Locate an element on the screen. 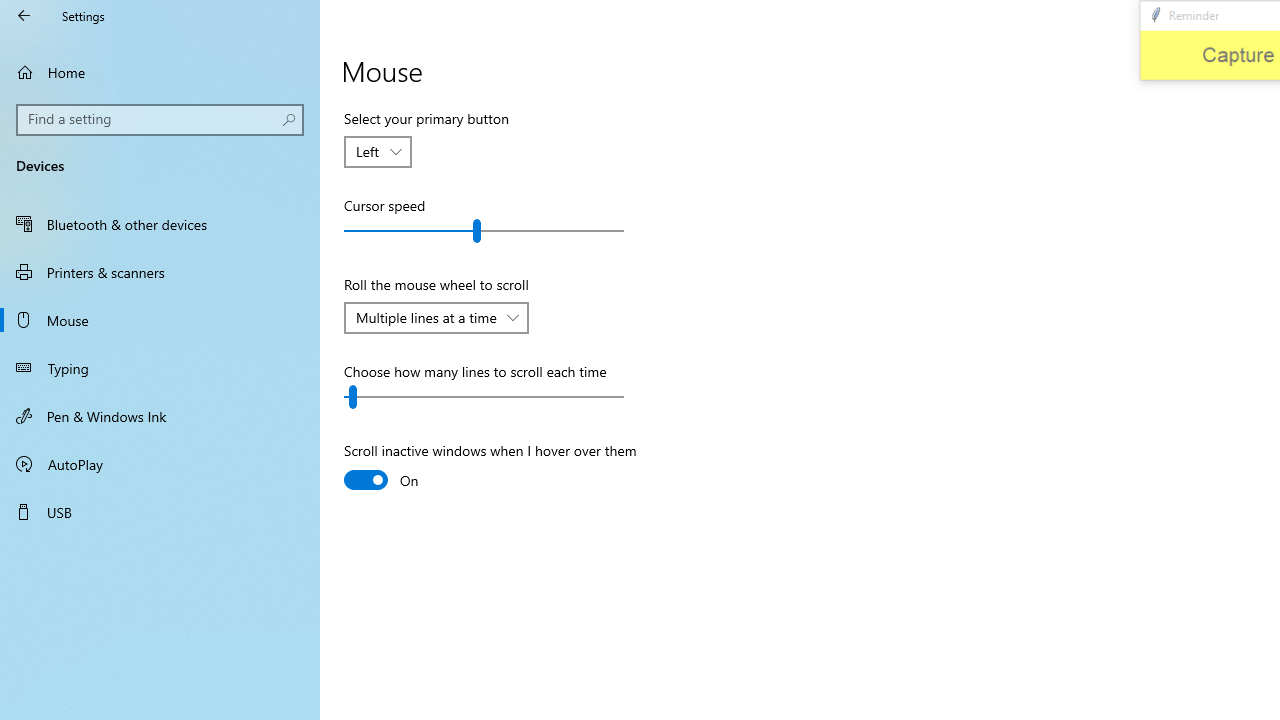 The height and width of the screenshot is (720, 1280). 'Typing' is located at coordinates (160, 367).